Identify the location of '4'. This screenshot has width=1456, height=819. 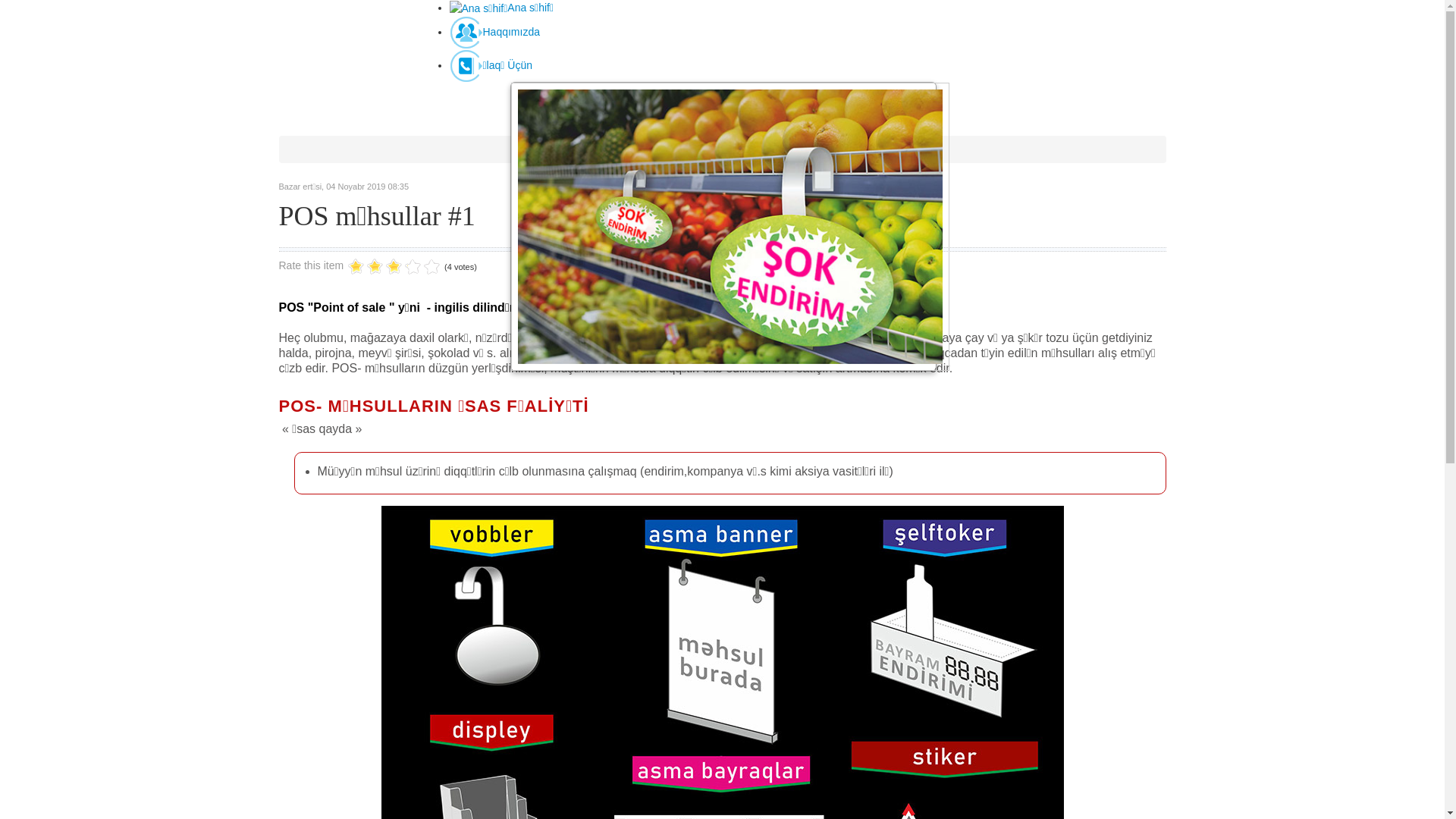
(384, 266).